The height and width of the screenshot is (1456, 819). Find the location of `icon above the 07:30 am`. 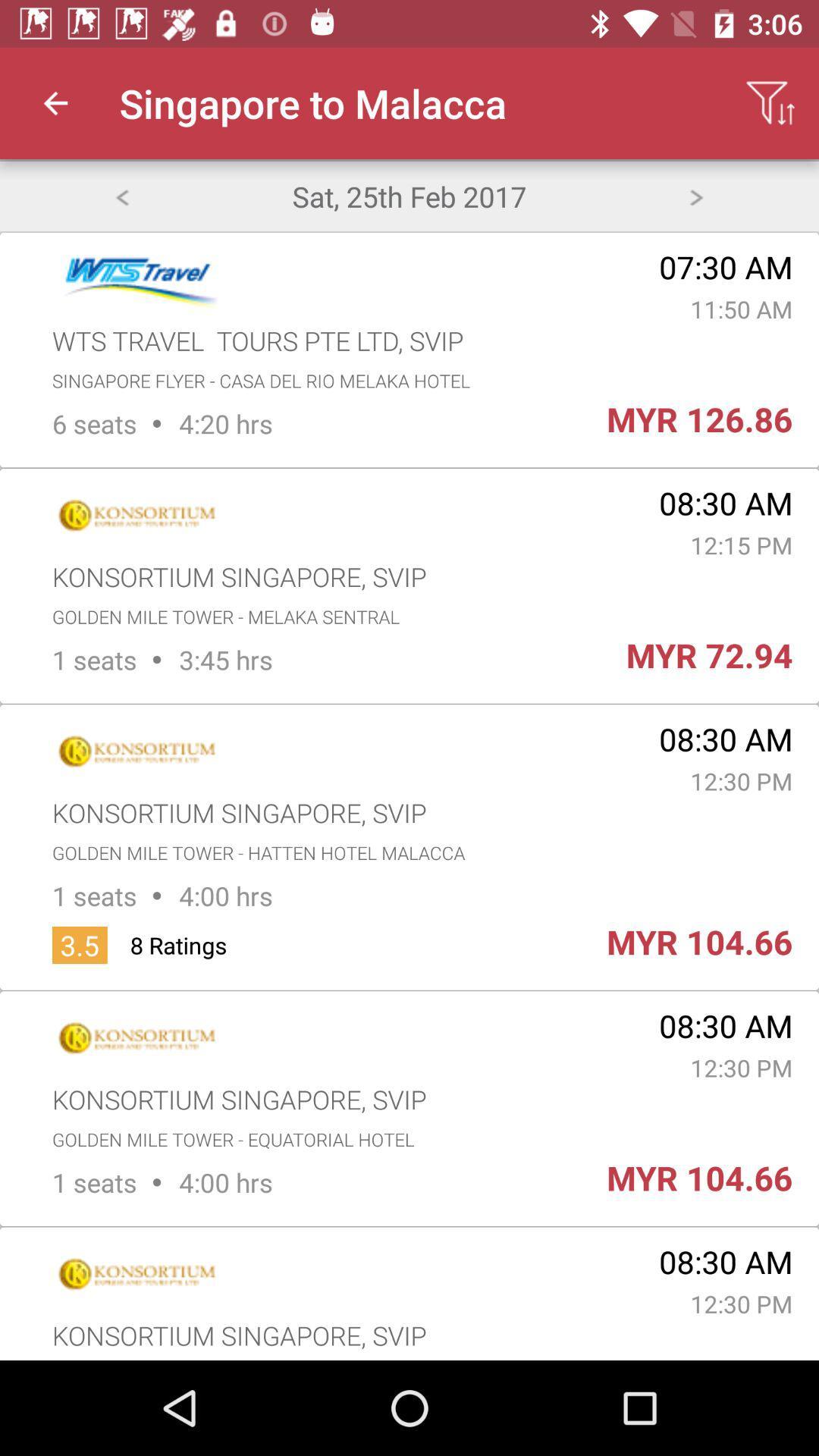

icon above the 07:30 am is located at coordinates (696, 195).